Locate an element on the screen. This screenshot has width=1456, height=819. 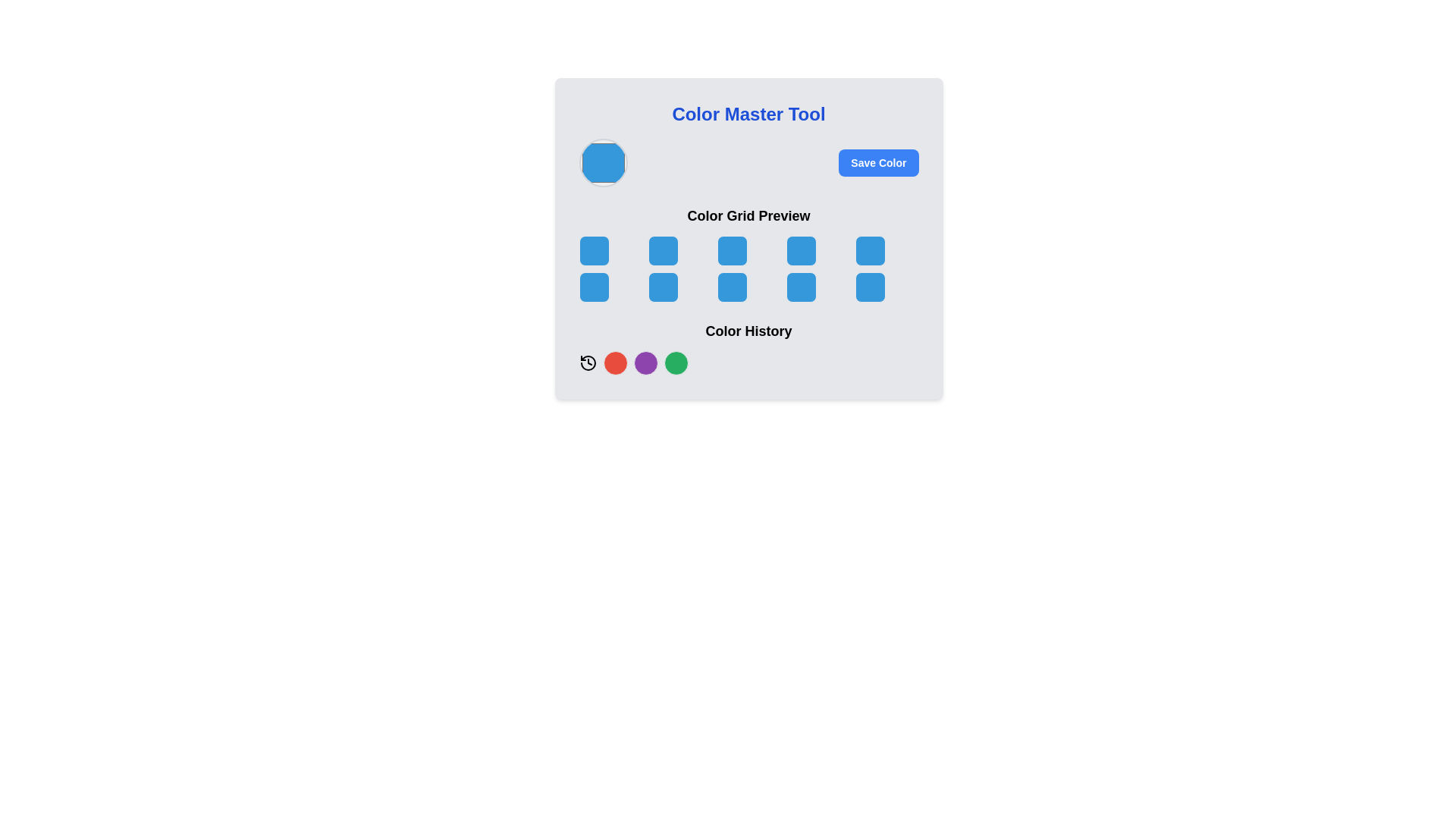
text content of the section header that labels the grid of colors displayed below it, located just above the grid and below the 'Save Color' button is located at coordinates (748, 216).